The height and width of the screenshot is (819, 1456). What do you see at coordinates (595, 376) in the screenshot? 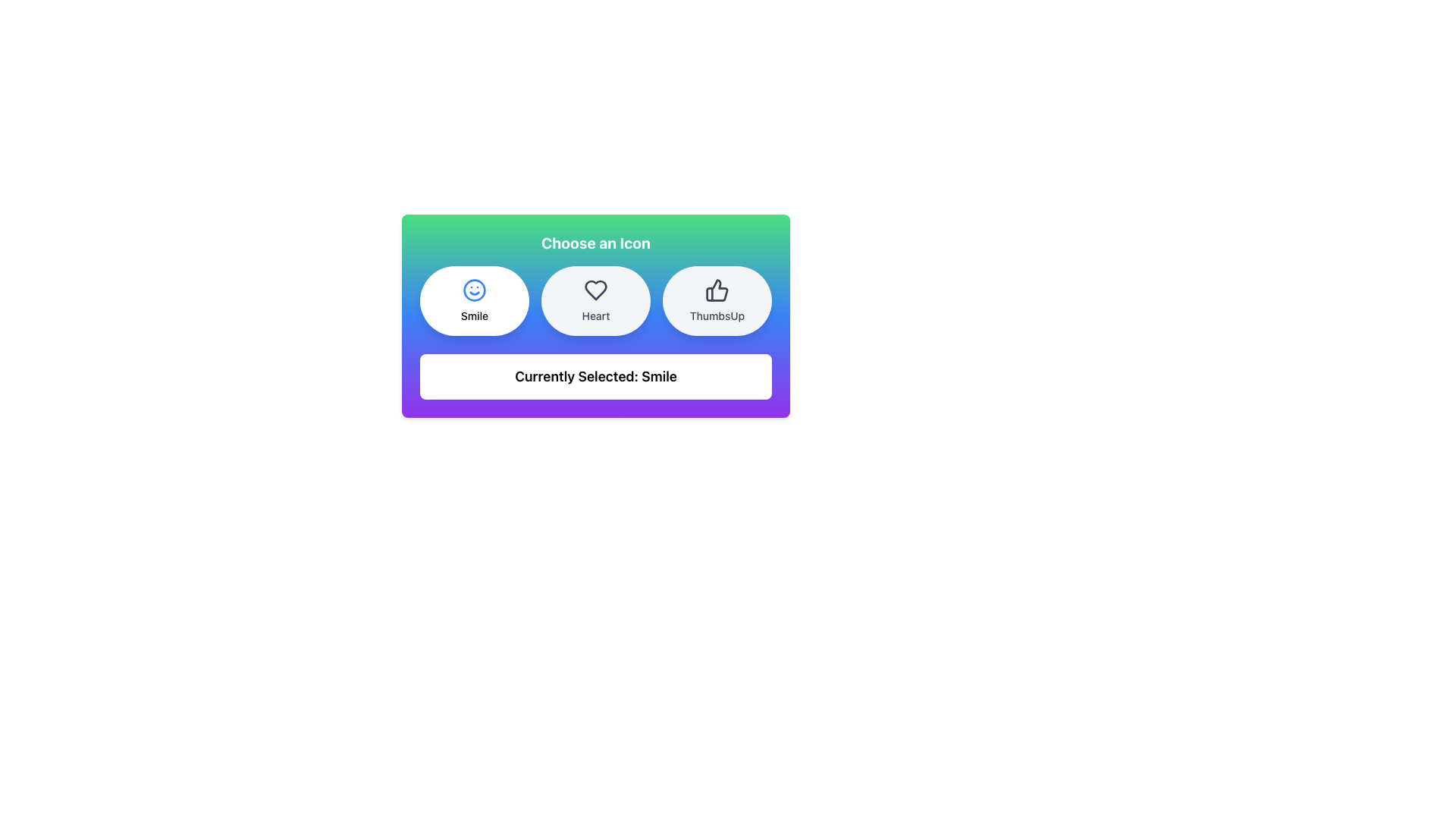
I see `the Status Indicator, which is a rectangular section at the bottom of the main interface with a white background and bold black text reading 'Currently Selected: Smile'` at bounding box center [595, 376].